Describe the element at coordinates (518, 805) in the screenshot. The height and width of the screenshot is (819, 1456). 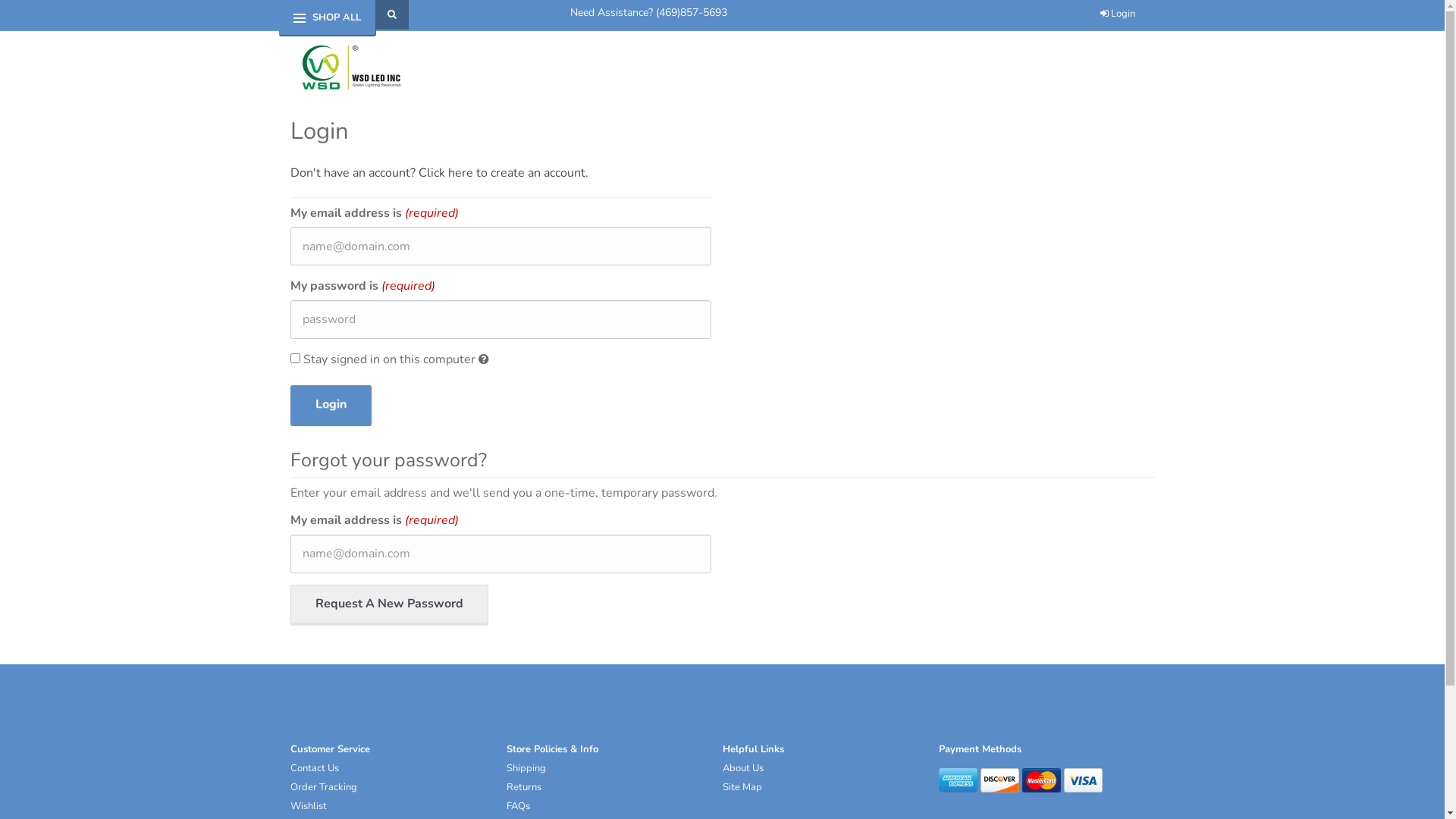
I see `'FAQs'` at that location.